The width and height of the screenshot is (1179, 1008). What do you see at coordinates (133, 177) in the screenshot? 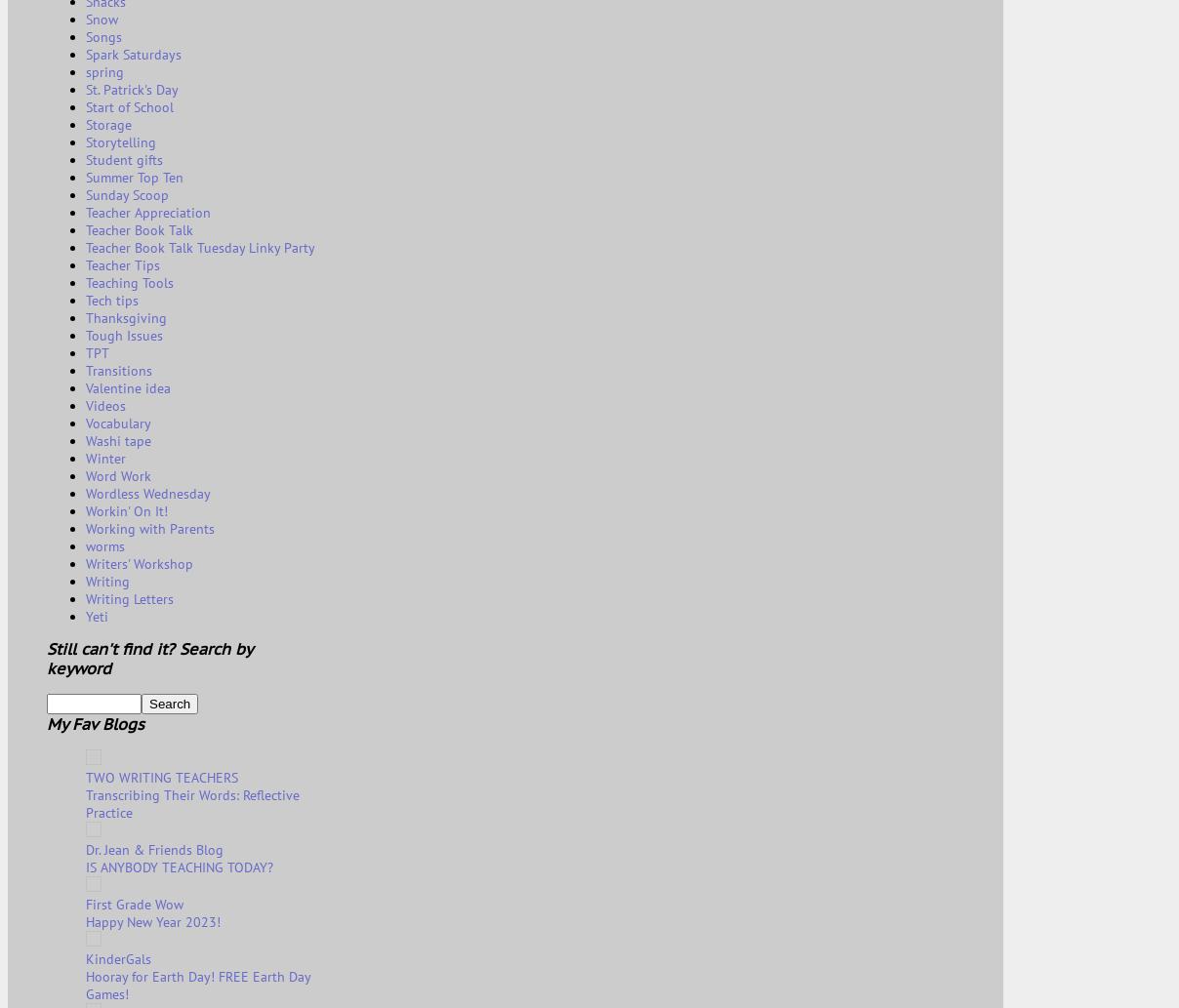
I see `'Summer Top Ten'` at bounding box center [133, 177].